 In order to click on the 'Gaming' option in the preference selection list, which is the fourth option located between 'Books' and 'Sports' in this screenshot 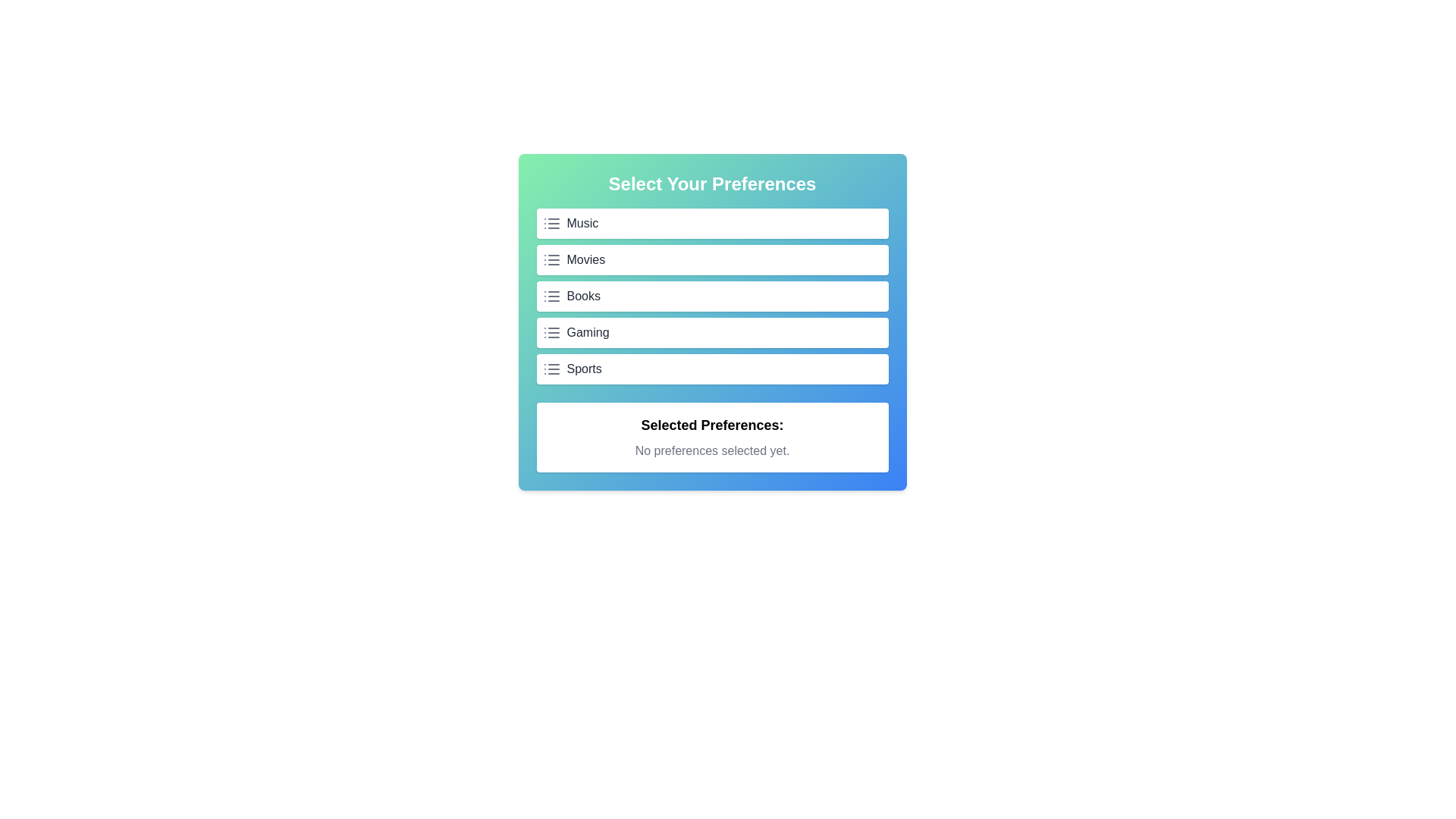, I will do `click(711, 321)`.